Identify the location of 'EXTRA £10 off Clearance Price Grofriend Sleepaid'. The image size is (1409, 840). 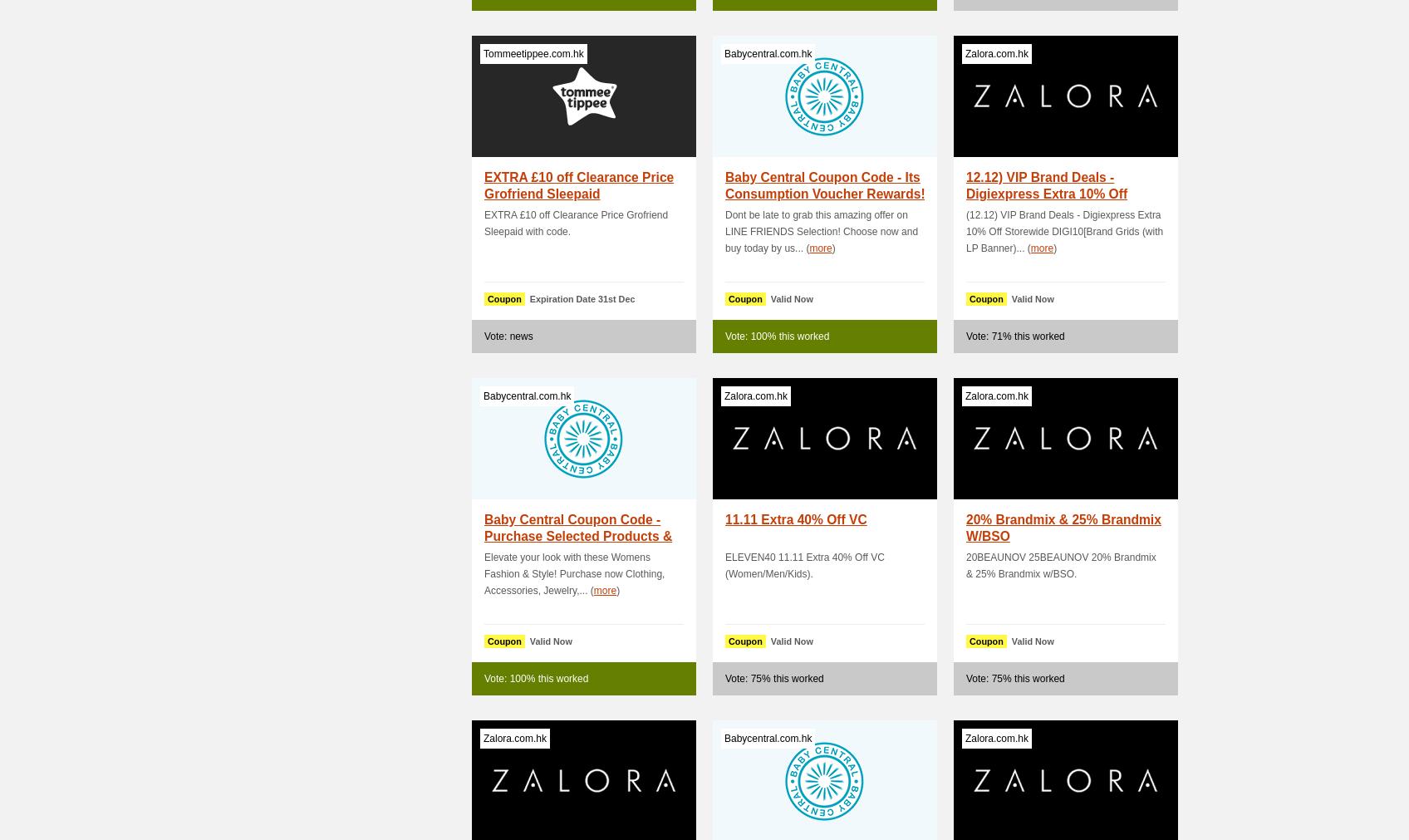
(578, 185).